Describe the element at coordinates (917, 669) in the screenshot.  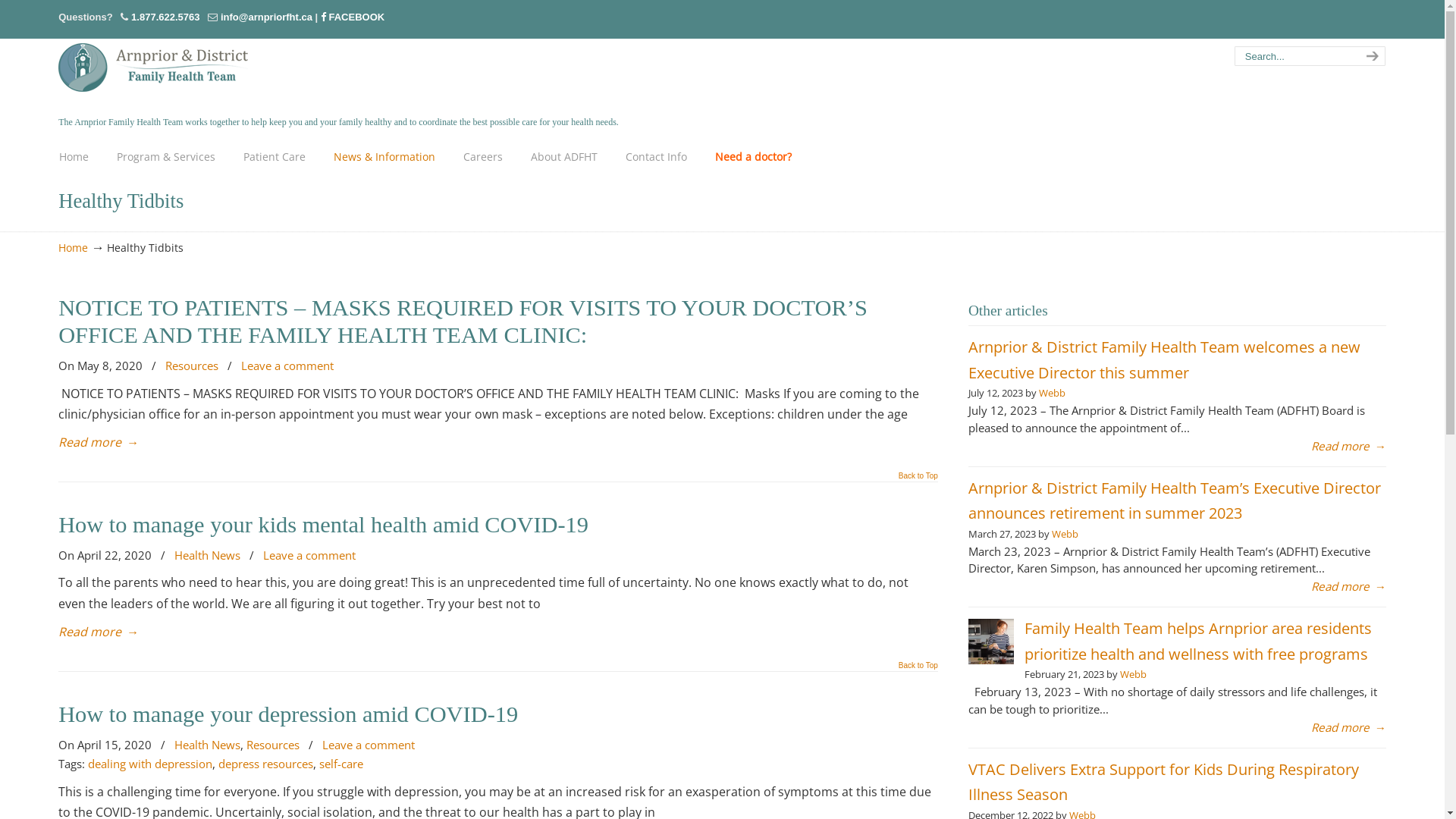
I see `'Back to Top'` at that location.